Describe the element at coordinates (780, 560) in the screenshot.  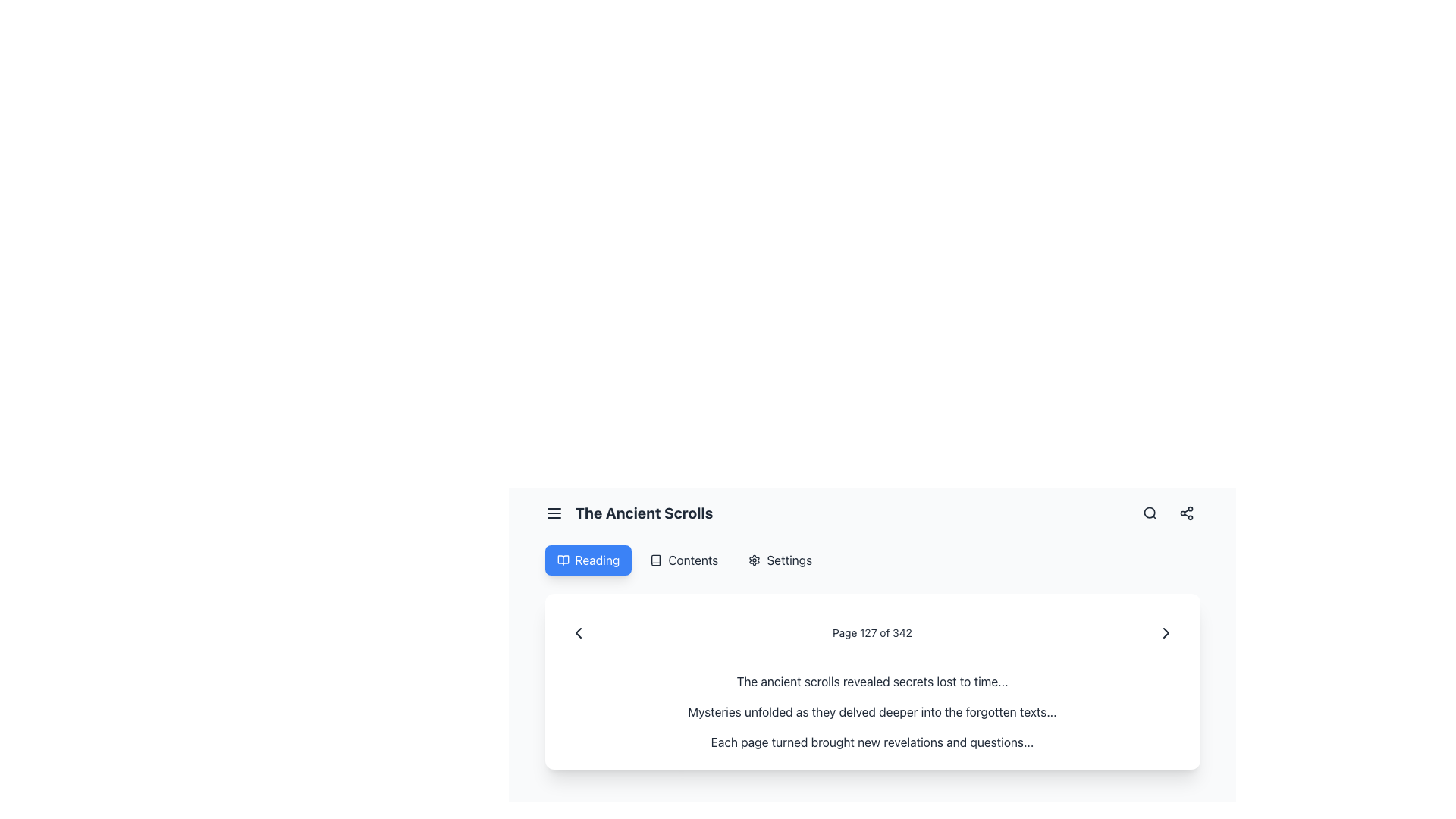
I see `the 'Settings' button, which is a rectangular button with a gear icon and rounded borders, located as the rightmost button among 'Reading', 'Contents', and 'Settings'` at that location.